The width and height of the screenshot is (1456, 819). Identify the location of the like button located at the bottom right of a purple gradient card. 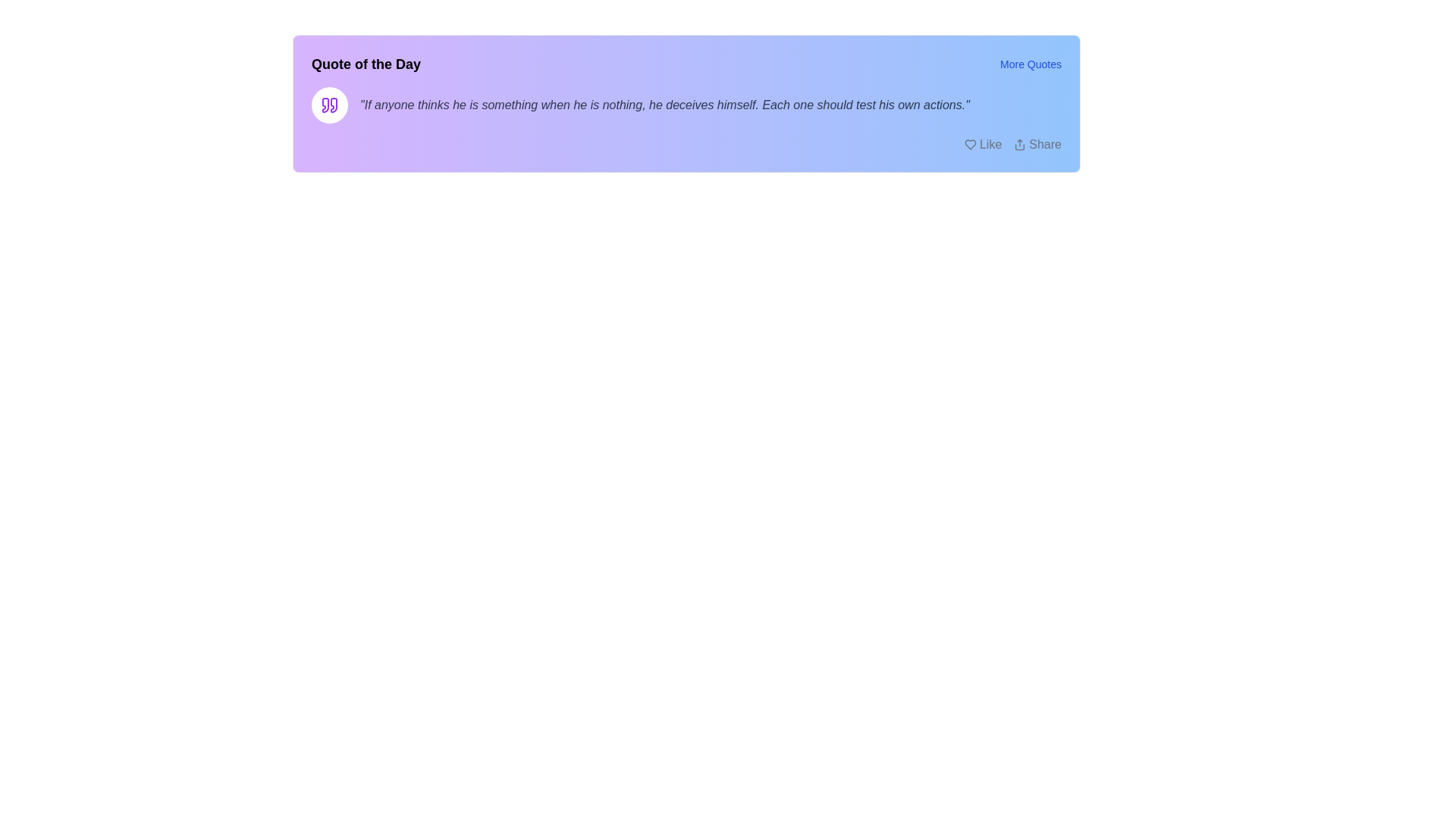
(983, 145).